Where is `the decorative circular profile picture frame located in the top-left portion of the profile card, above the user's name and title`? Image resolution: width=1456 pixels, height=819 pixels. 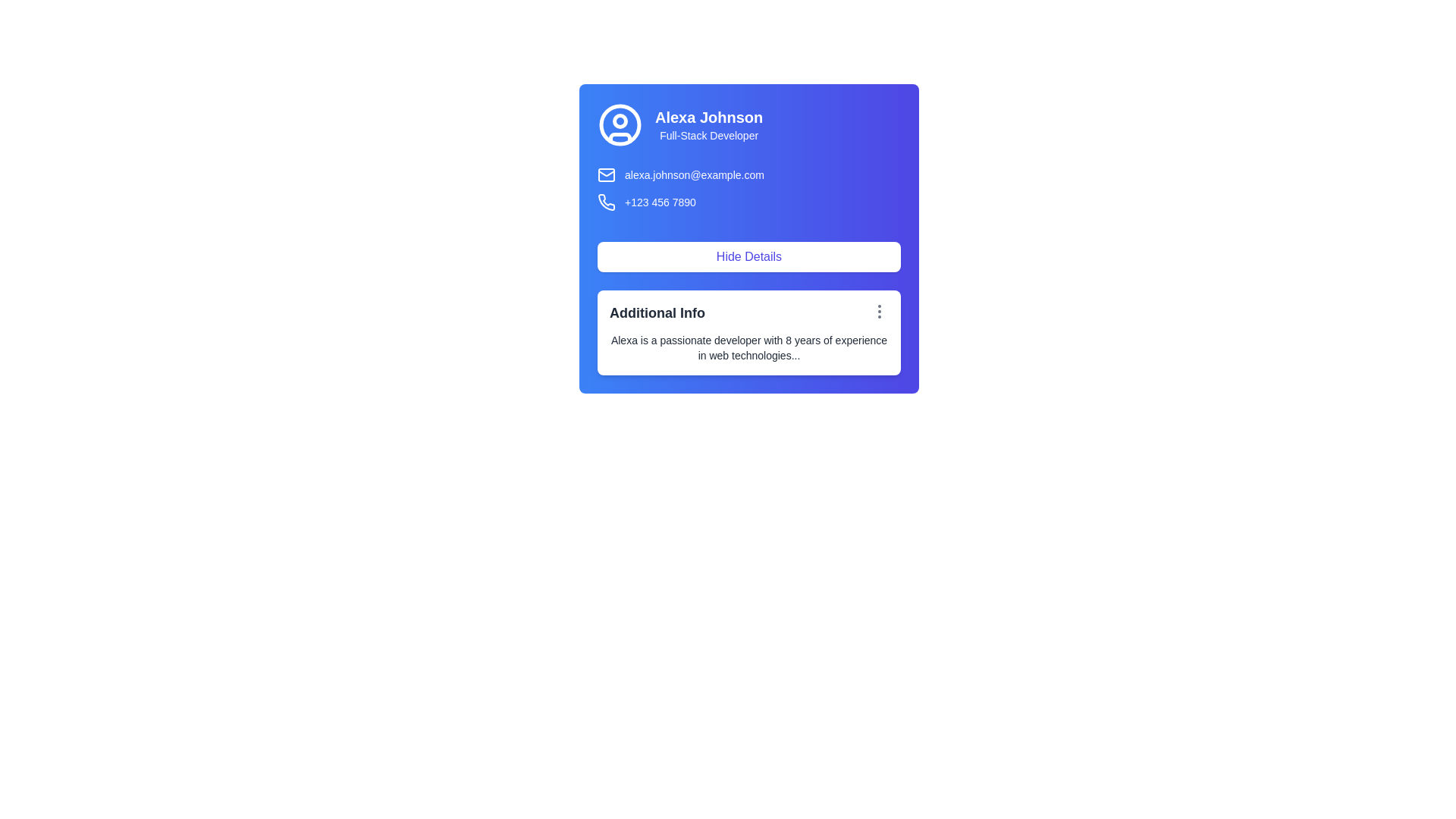 the decorative circular profile picture frame located in the top-left portion of the profile card, above the user's name and title is located at coordinates (620, 124).